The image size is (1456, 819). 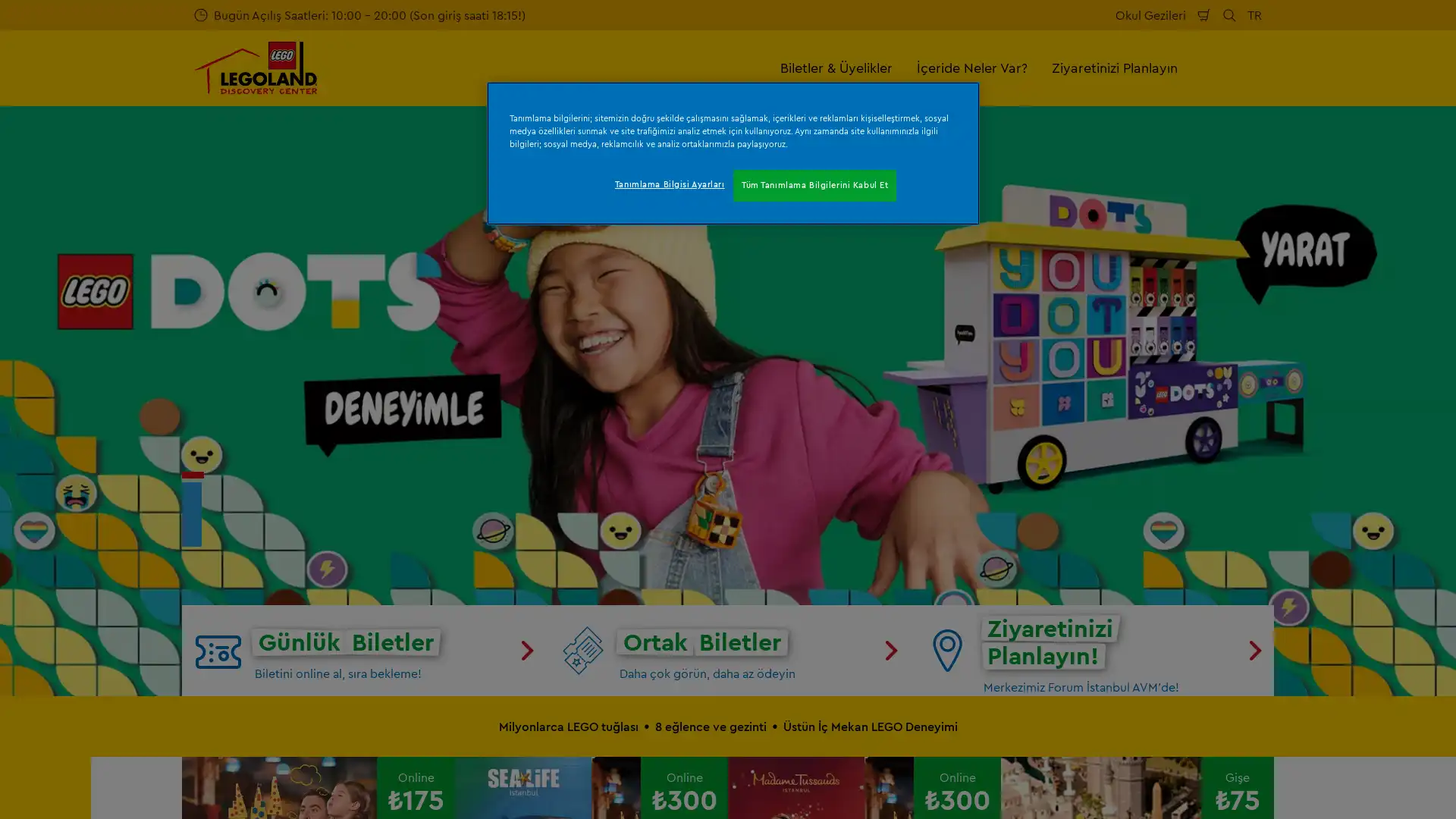 I want to click on Iceride Neler Var?, so click(x=971, y=67).